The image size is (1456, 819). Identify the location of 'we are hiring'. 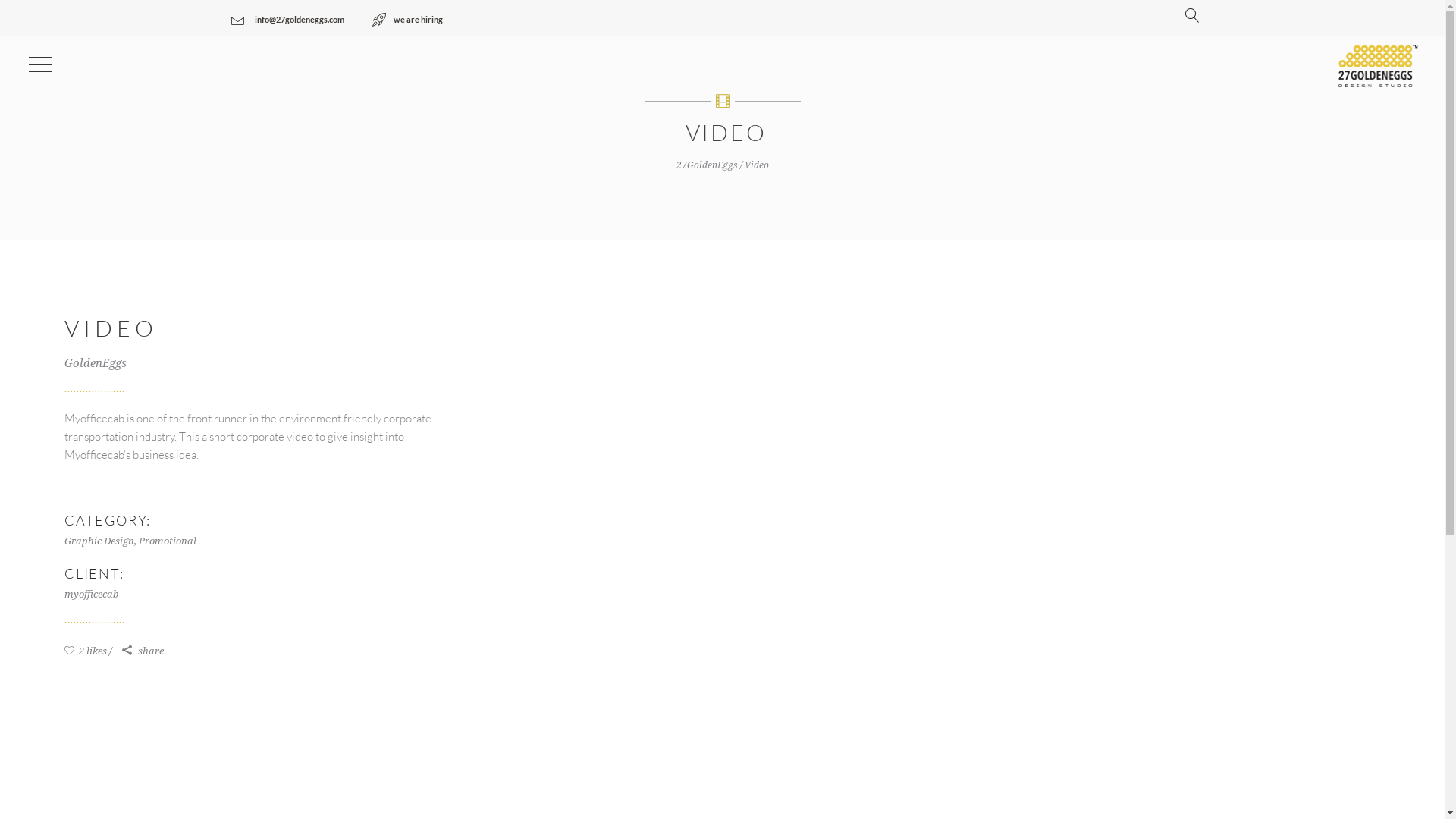
(406, 20).